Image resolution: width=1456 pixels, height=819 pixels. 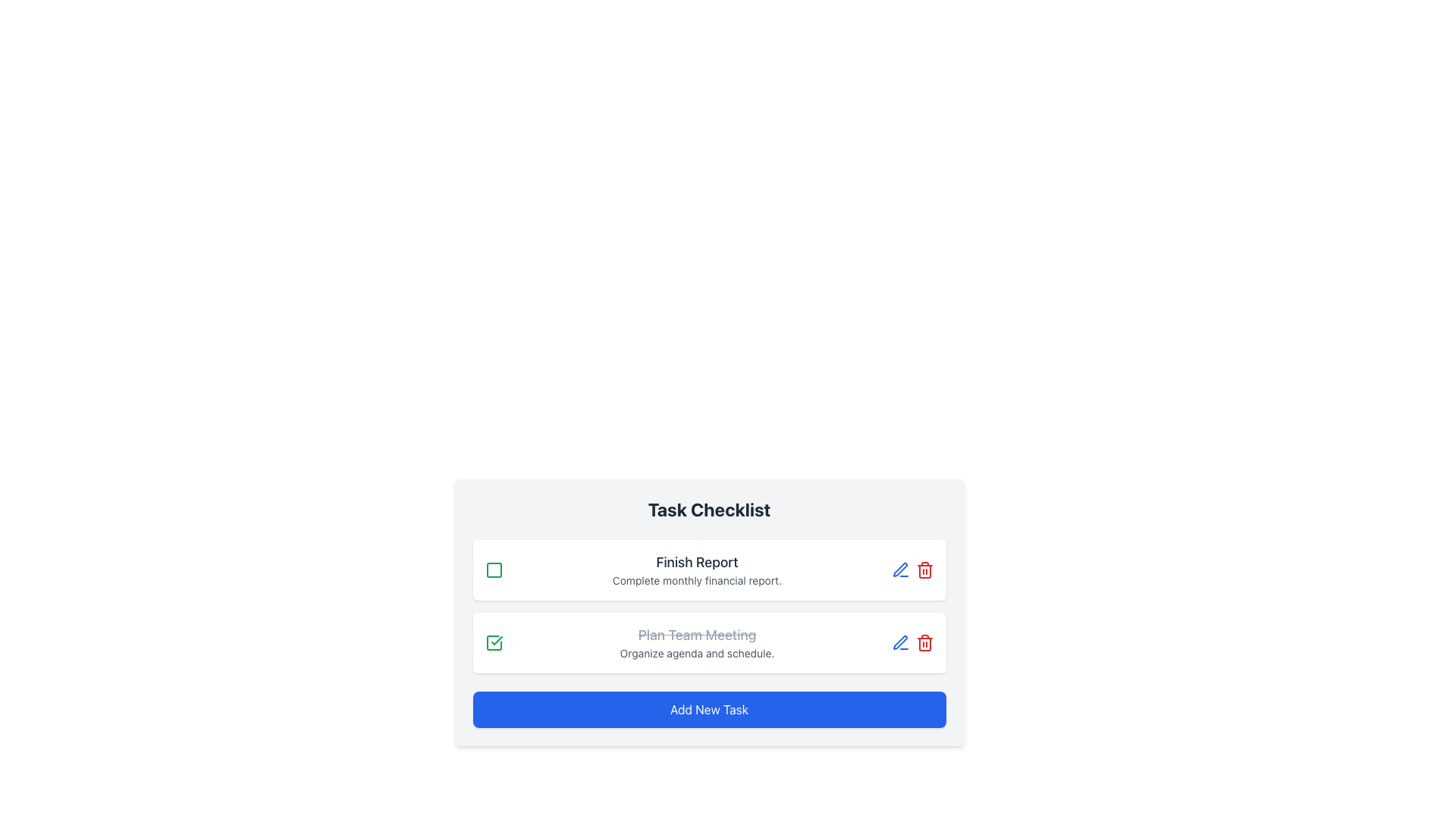 I want to click on the text display indicating a completed task titled 'Plan Team Meeting' with a strikethrough style and associated description 'Organize agenda and schedule', so click(x=696, y=643).